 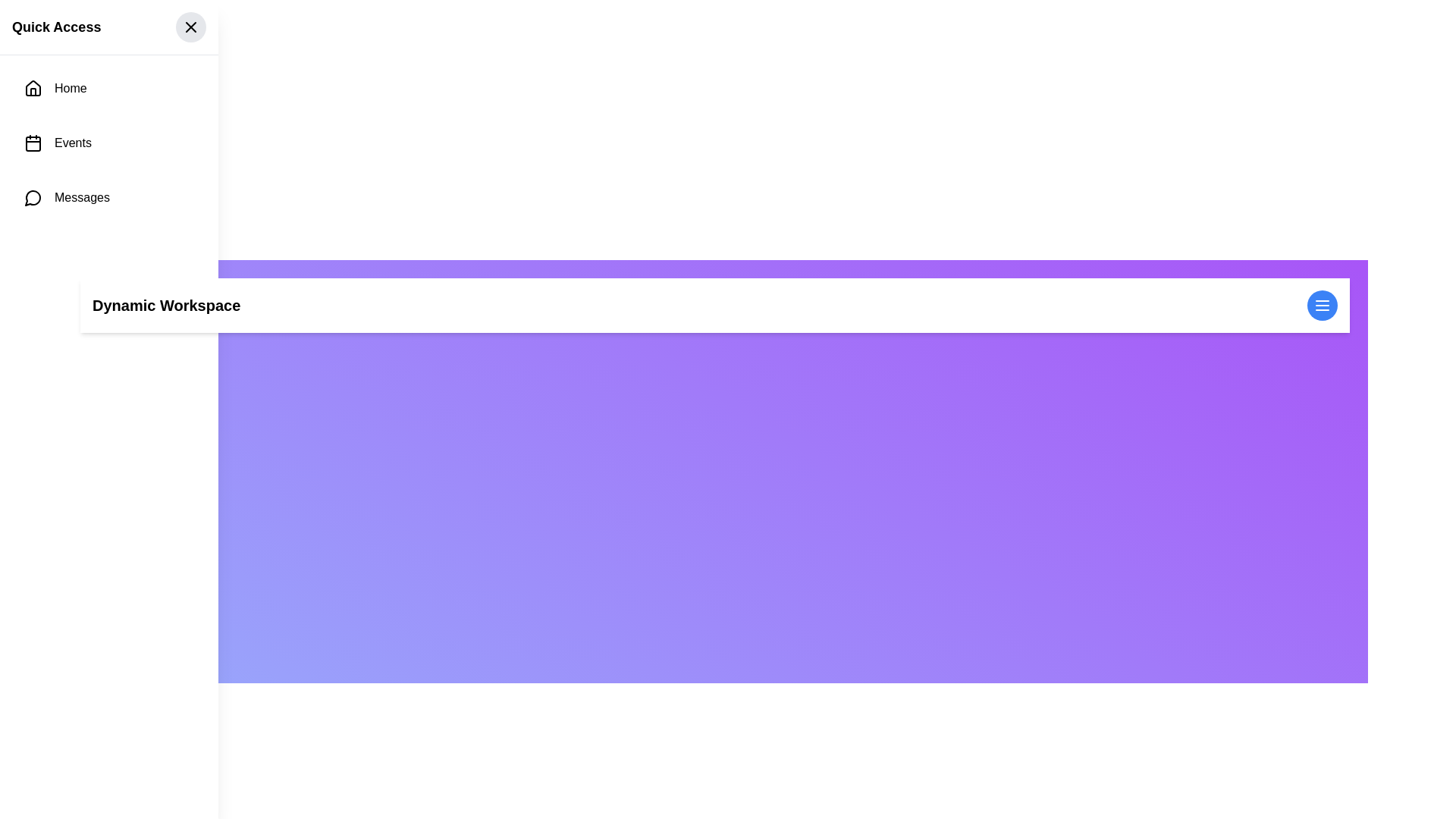 I want to click on the 'Home' button located at the top of the sidebar menu, so click(x=108, y=88).